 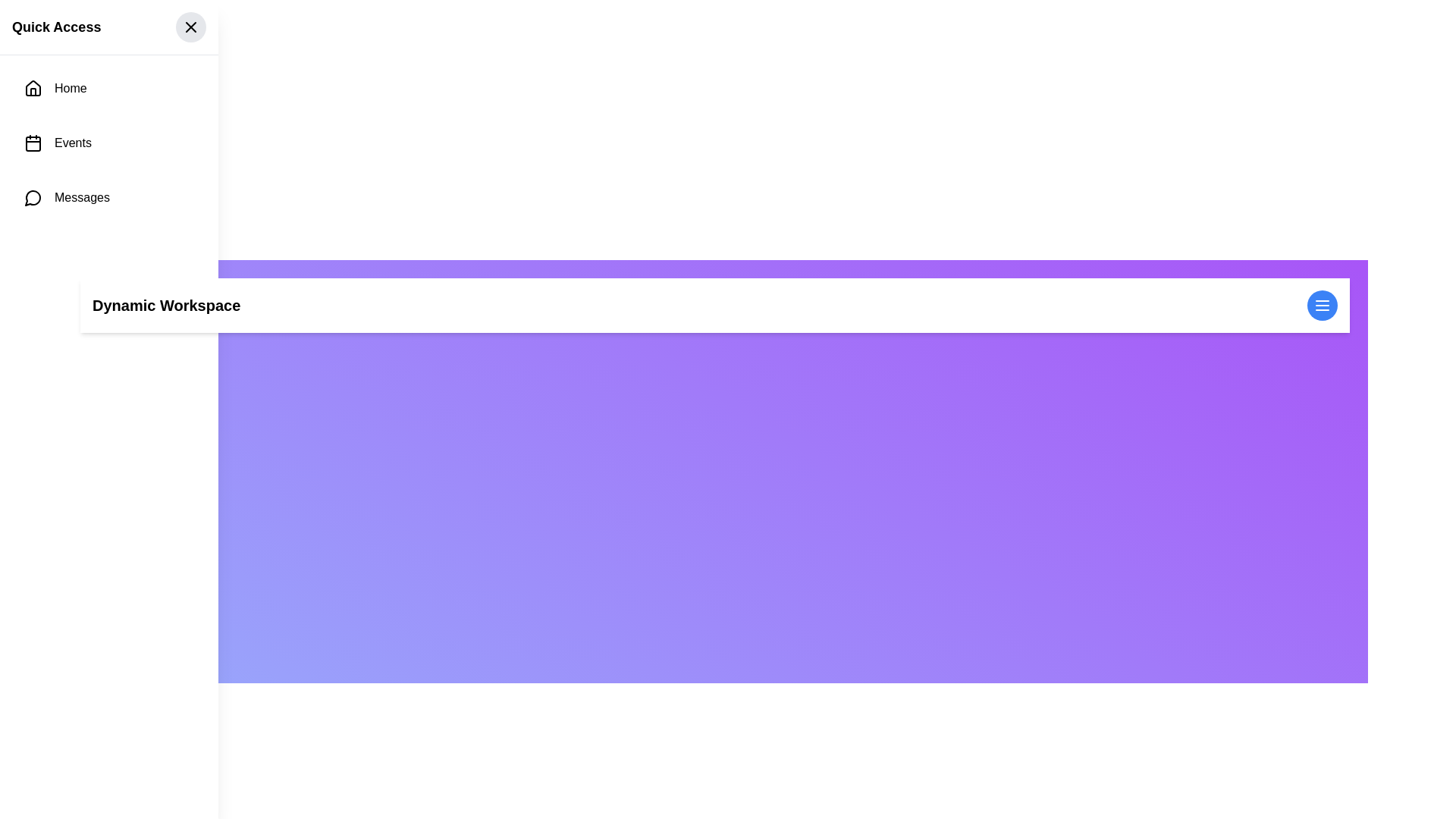 I want to click on the 'Home' button located at the top of the sidebar menu, so click(x=108, y=88).